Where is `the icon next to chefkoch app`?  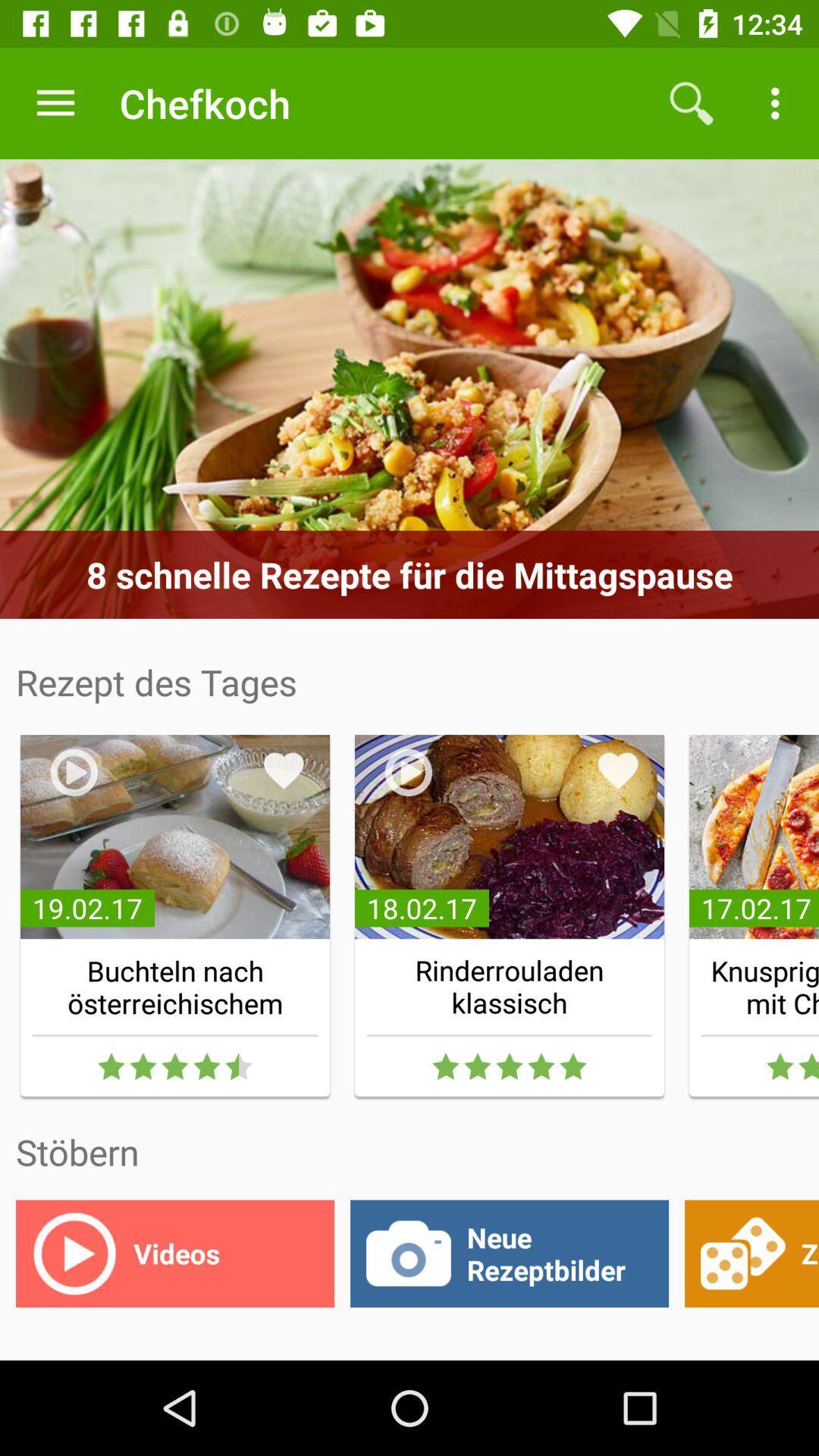 the icon next to chefkoch app is located at coordinates (691, 102).